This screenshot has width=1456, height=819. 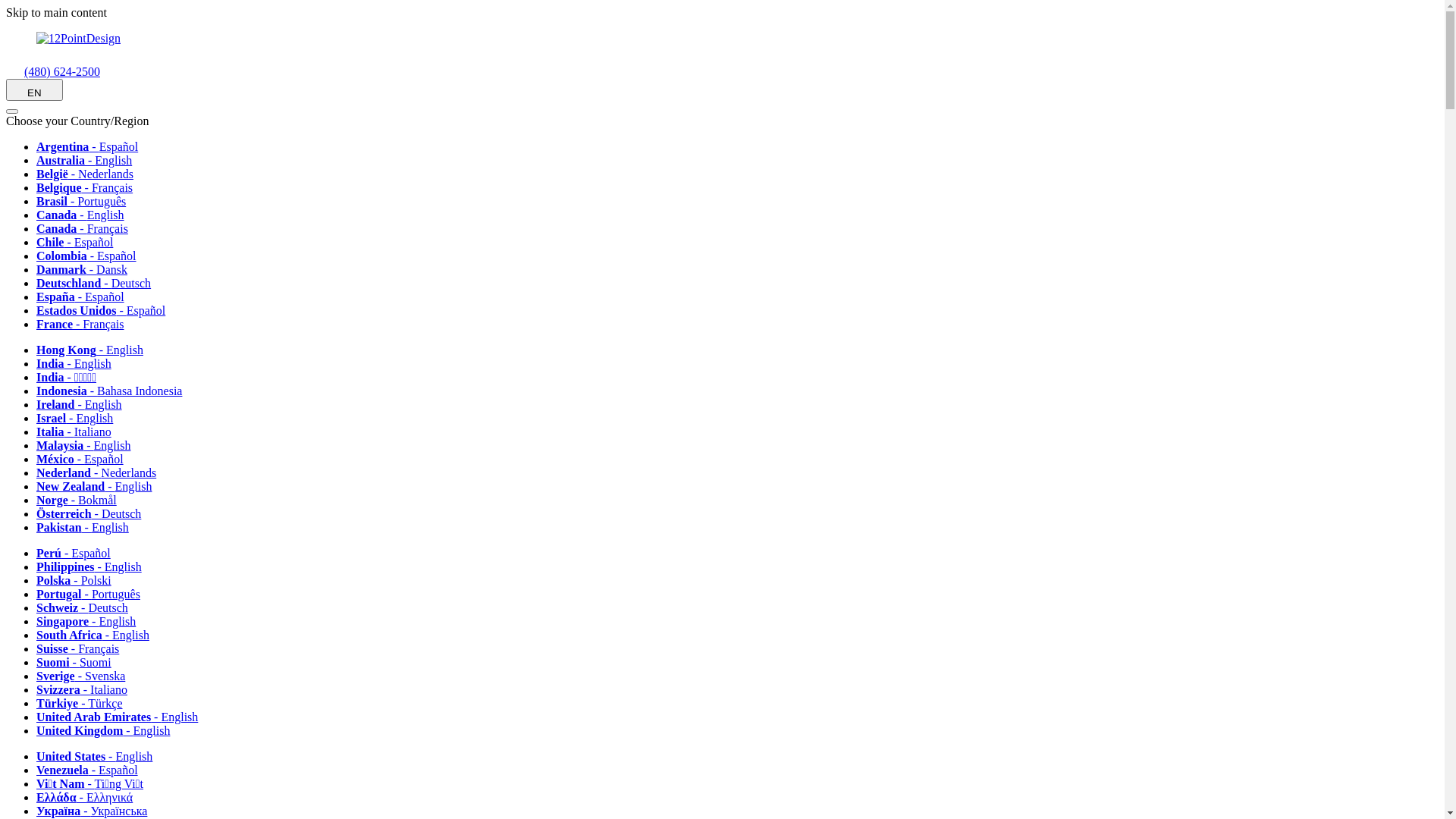 What do you see at coordinates (53, 71) in the screenshot?
I see `'(480) 624-2500'` at bounding box center [53, 71].